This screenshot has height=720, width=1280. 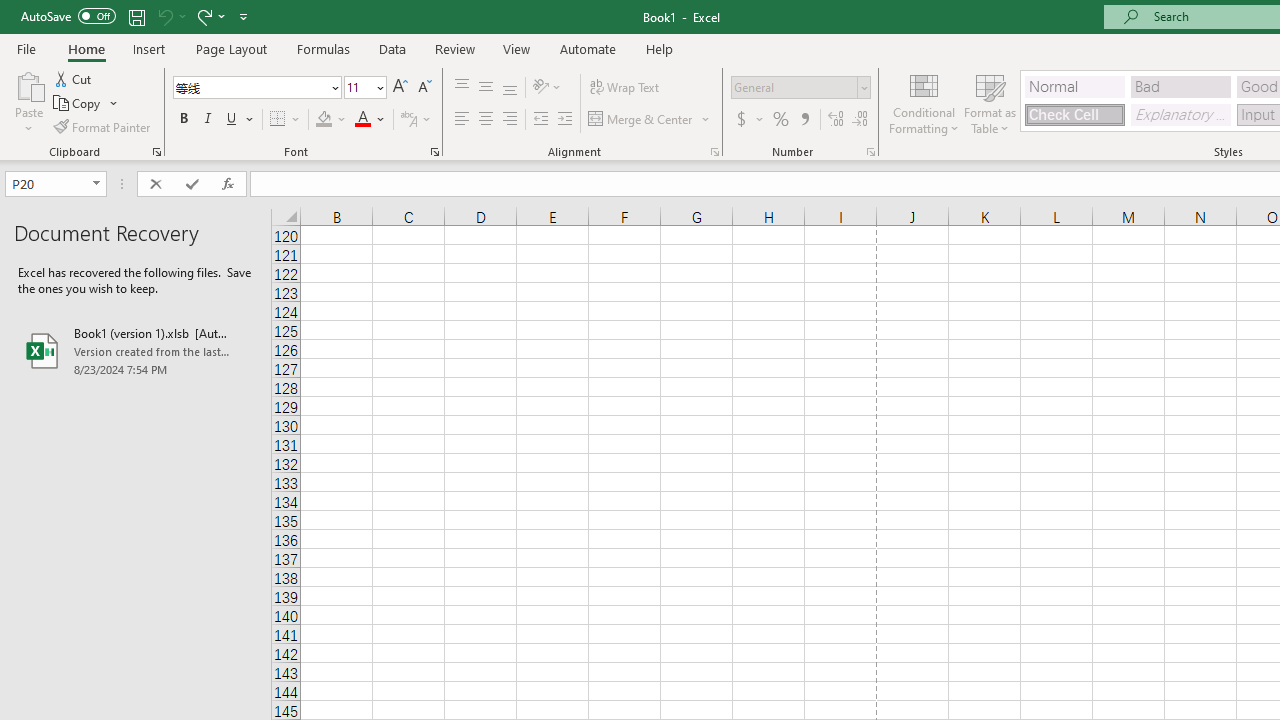 I want to click on 'Middle Align', so click(x=485, y=86).